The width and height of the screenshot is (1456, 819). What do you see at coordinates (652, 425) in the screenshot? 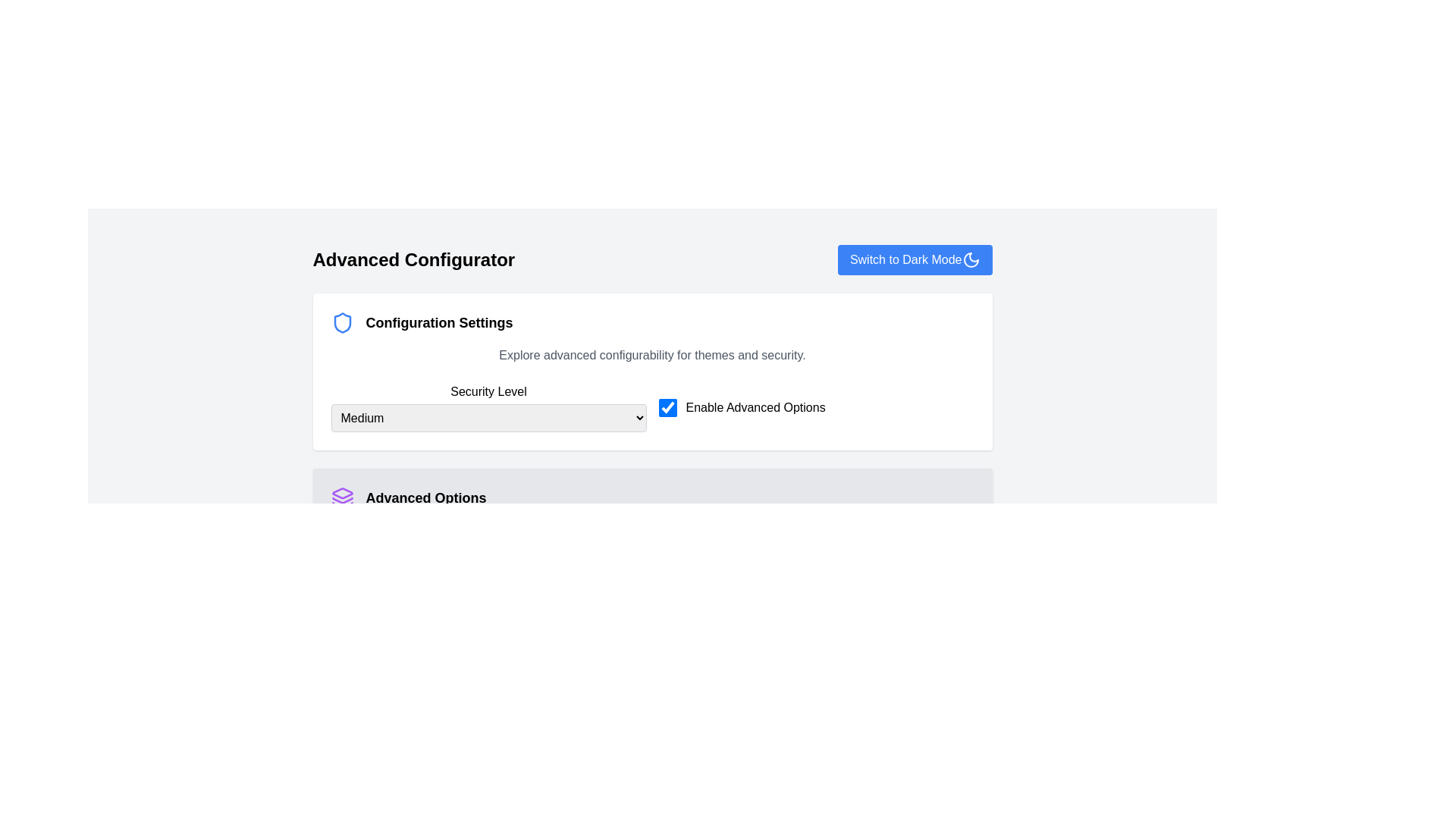
I see `the 'Security Level' dropdown menu in the 'Configuration Settings' section` at bounding box center [652, 425].